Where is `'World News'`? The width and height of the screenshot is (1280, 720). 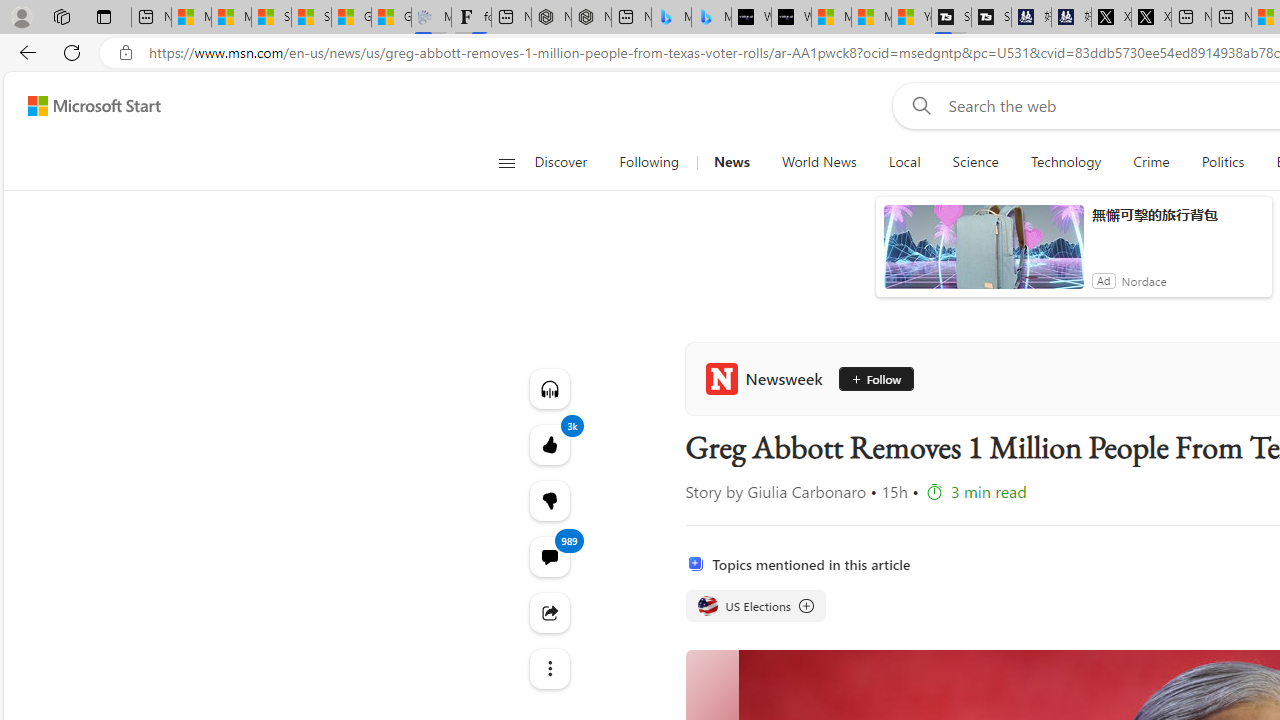
'World News' is located at coordinates (819, 162).